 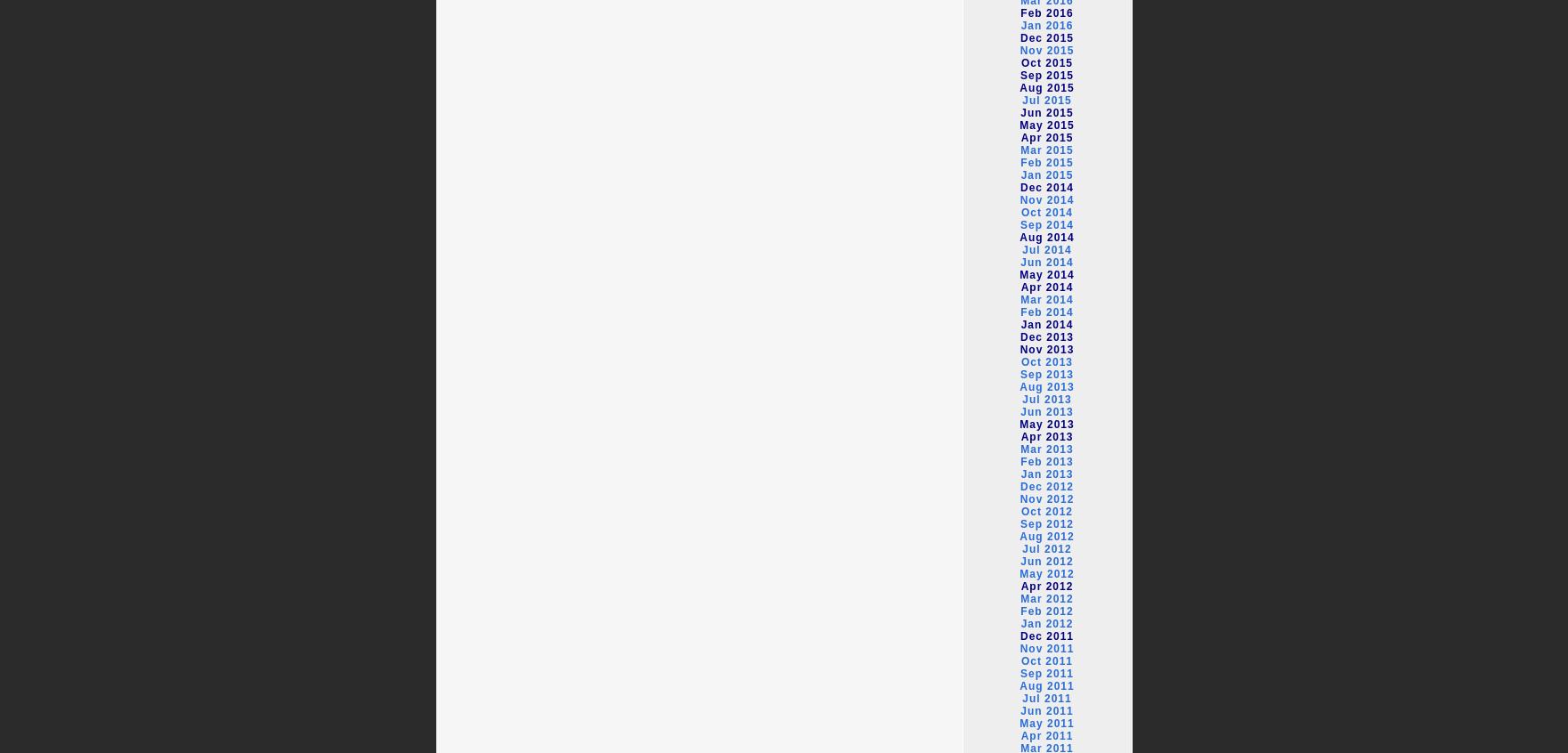 I want to click on 'Sep 2012', so click(x=1019, y=522).